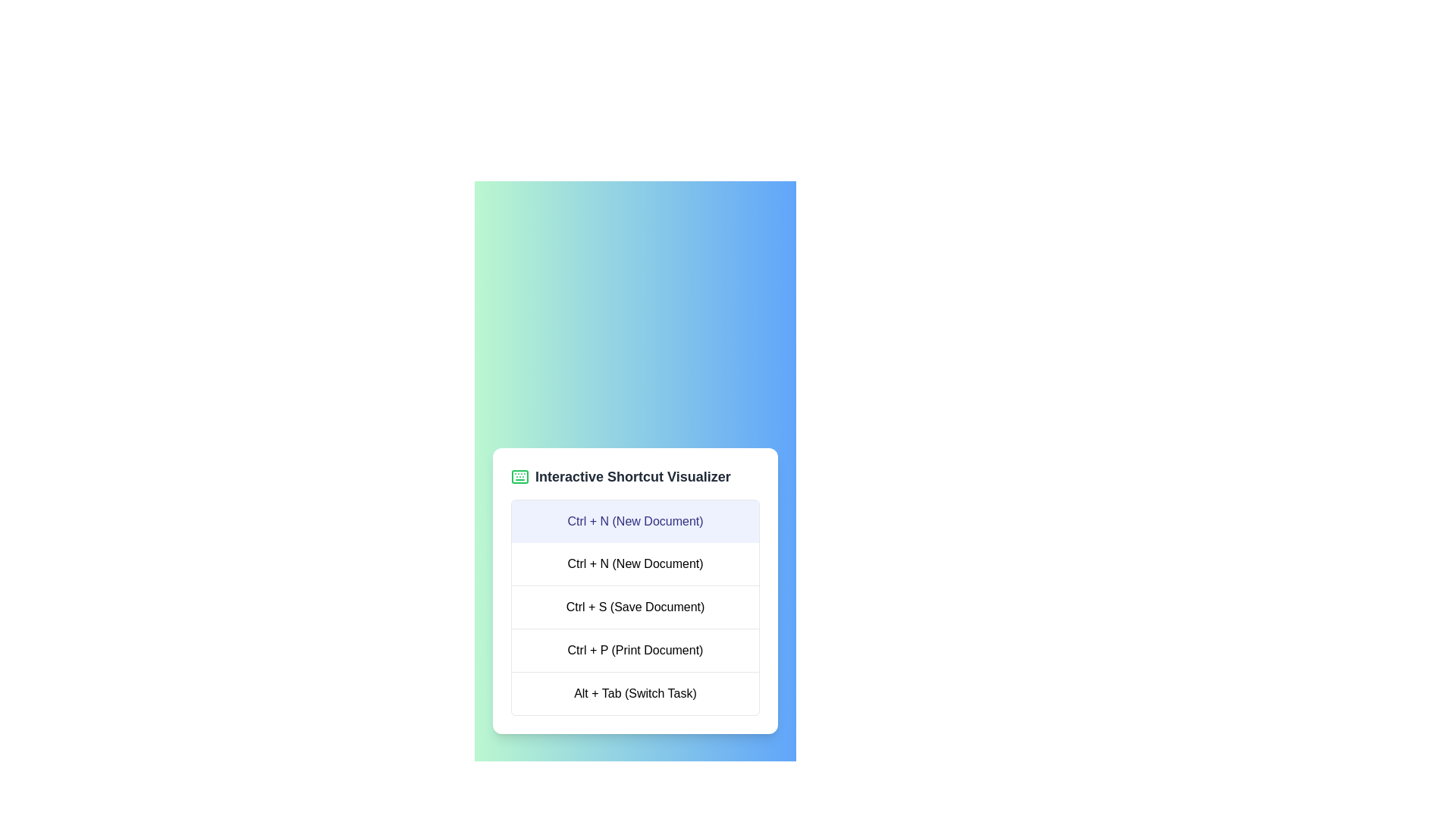 The height and width of the screenshot is (819, 1456). I want to click on the third selectable list item representing the keyboard shortcut 'Ctrl + P' for printing a document, which is located below 'Ctrl + S (Save Document)' and above 'Alt + Tab (Switch Task), so click(635, 648).